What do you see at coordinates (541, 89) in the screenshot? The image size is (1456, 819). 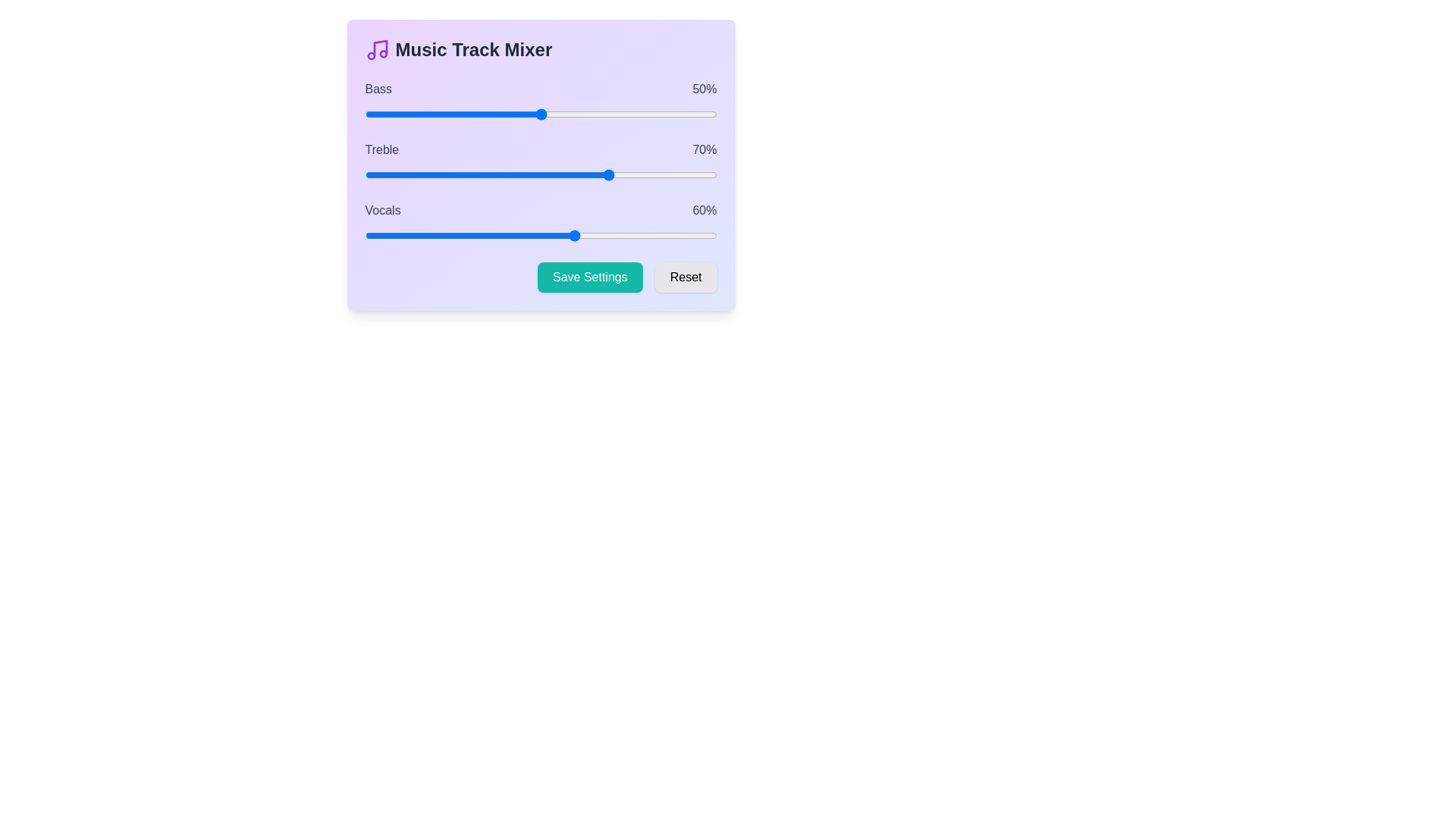 I see `the text label corresponding to the track Bass` at bounding box center [541, 89].